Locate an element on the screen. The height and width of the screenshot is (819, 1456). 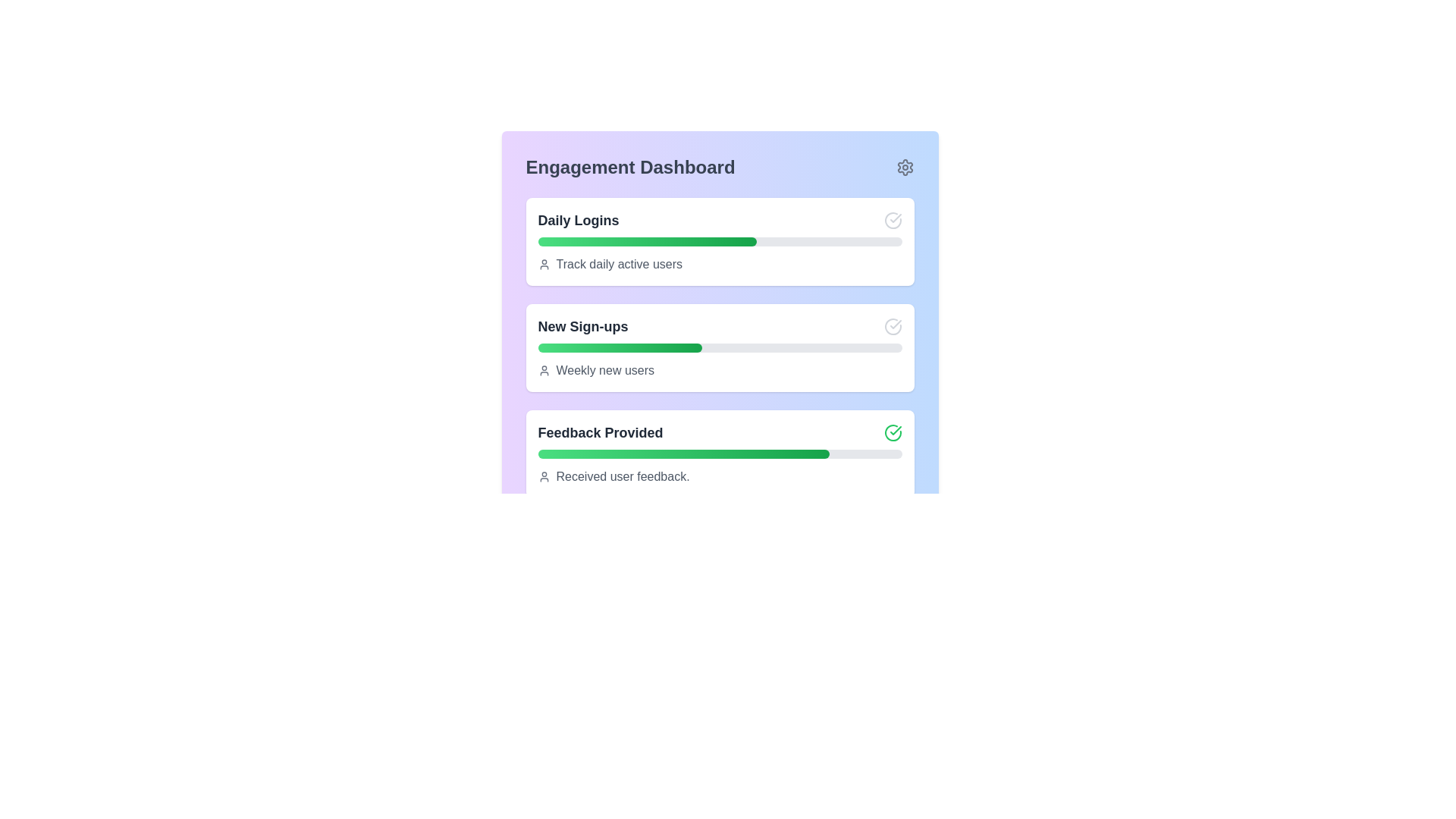
the status of the checkmark icon indicating success, located in the 'Feedback Provided' section on the far-right side is located at coordinates (895, 430).